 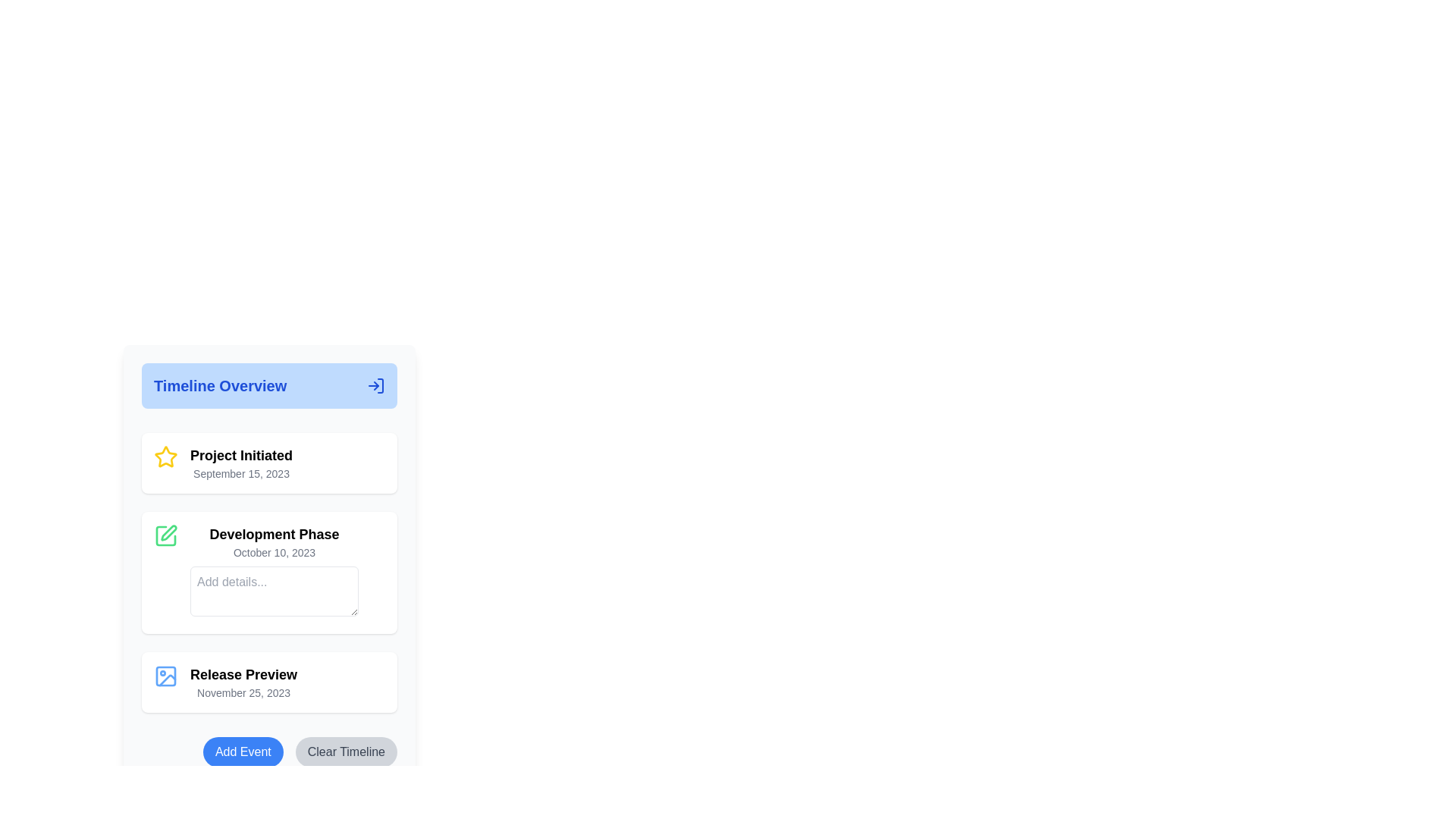 What do you see at coordinates (166, 675) in the screenshot?
I see `the image icon representing the 'Release Preview' section located at the top-left corner of the 'Release Preview' entry in the 'Timeline Overview' section` at bounding box center [166, 675].